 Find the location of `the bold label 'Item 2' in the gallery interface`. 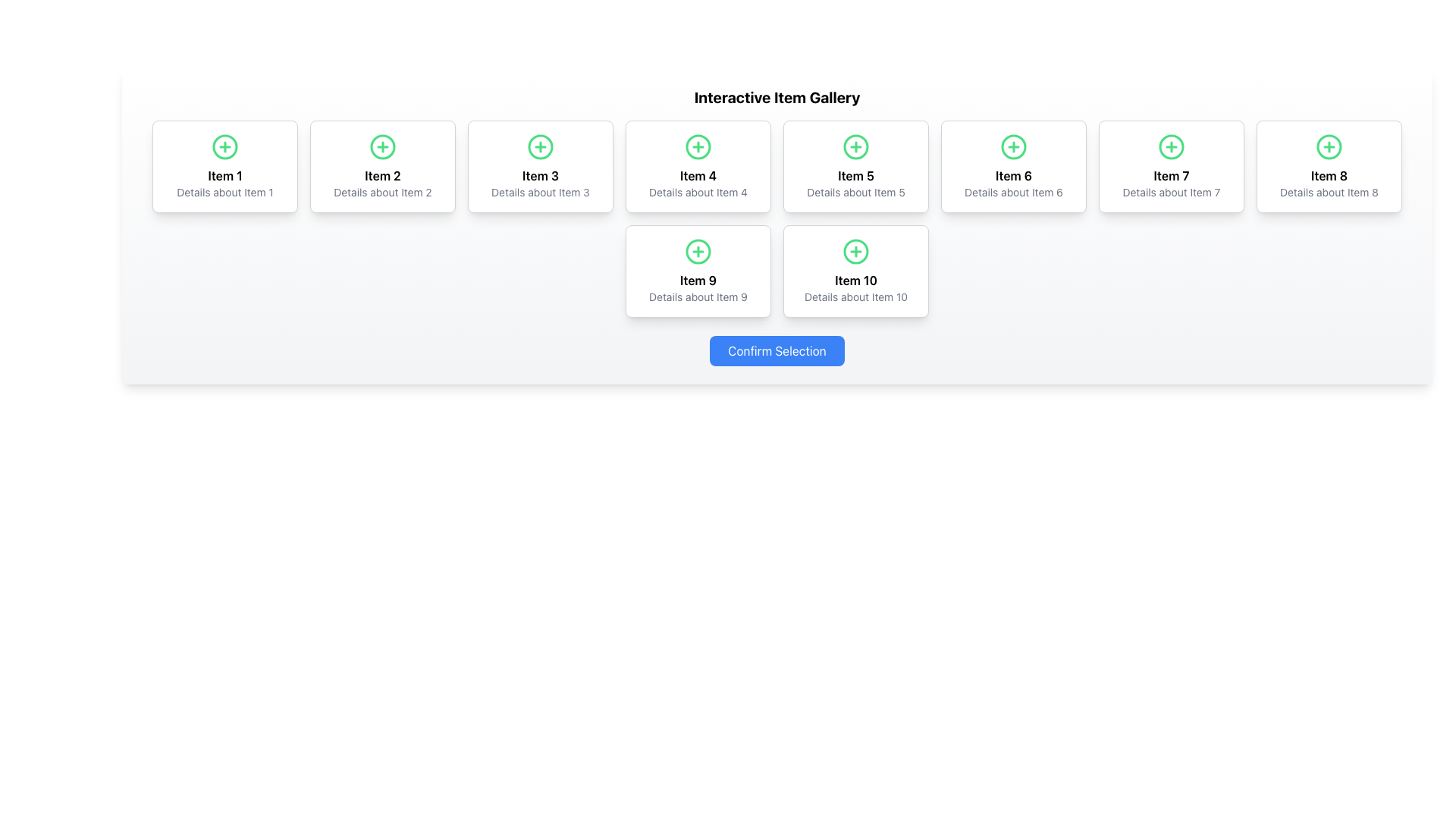

the bold label 'Item 2' in the gallery interface is located at coordinates (382, 174).